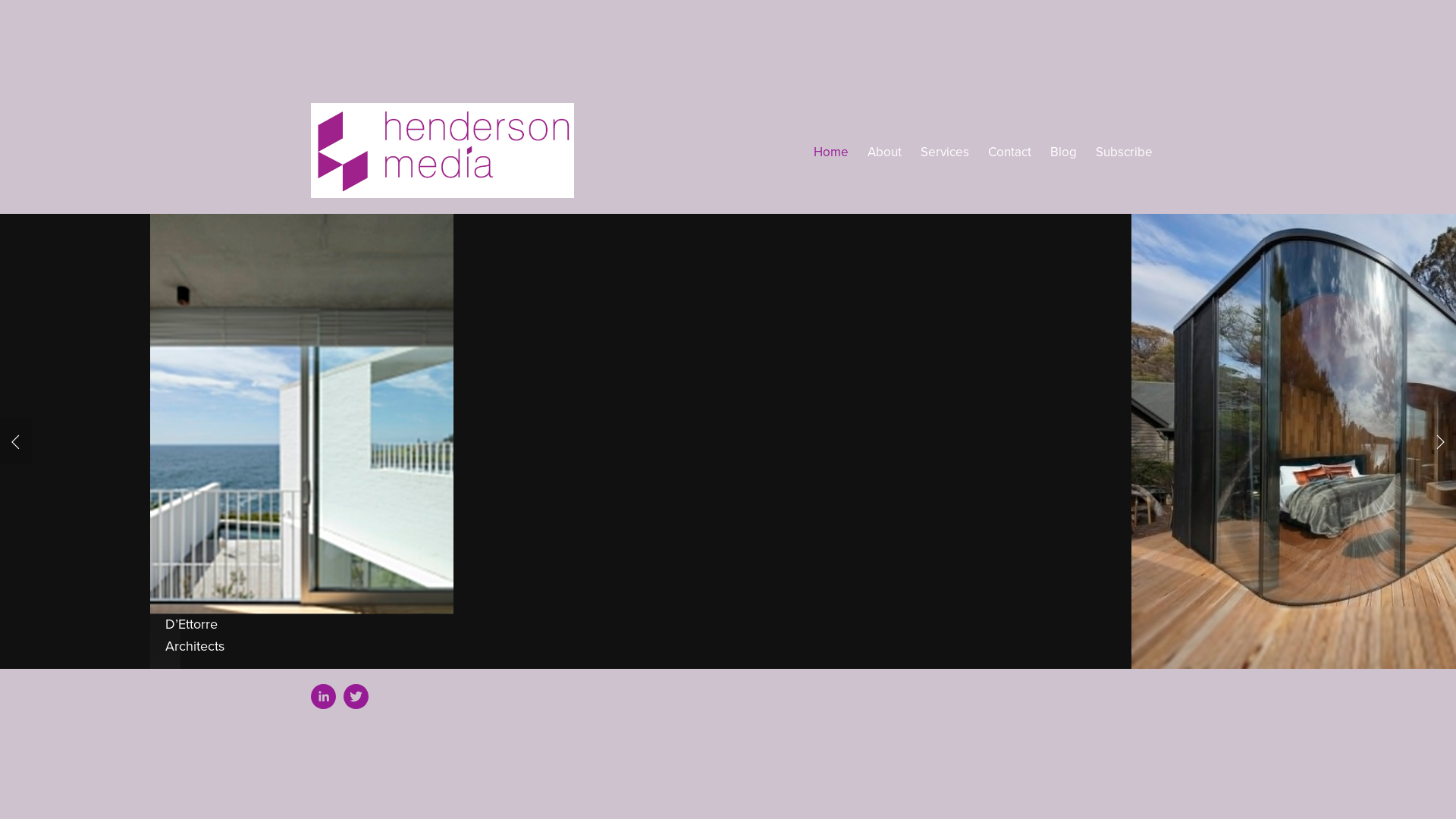  Describe the element at coordinates (813, 152) in the screenshot. I see `'Home'` at that location.